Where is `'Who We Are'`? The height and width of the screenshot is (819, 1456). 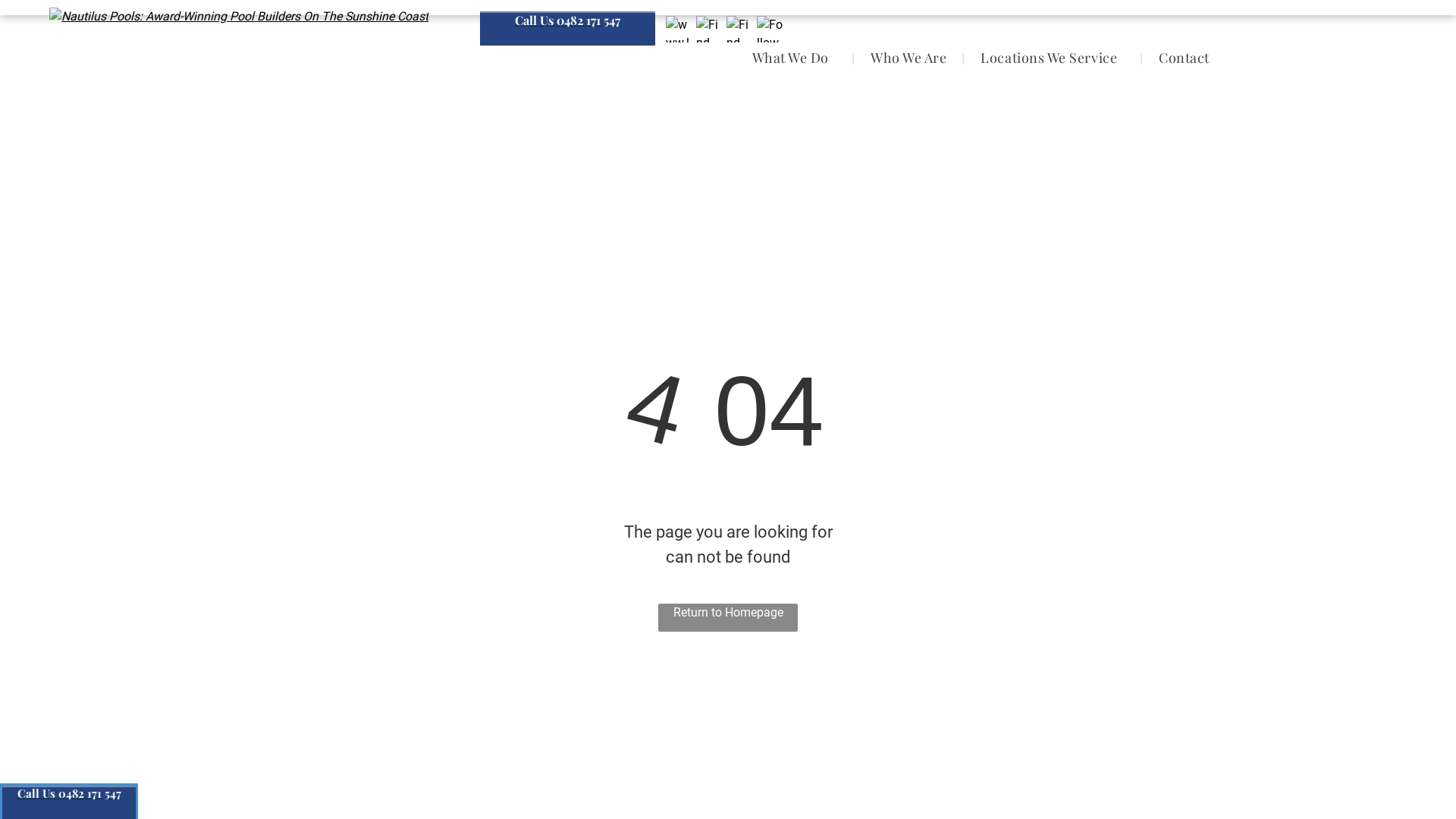 'Who We Are' is located at coordinates (908, 57).